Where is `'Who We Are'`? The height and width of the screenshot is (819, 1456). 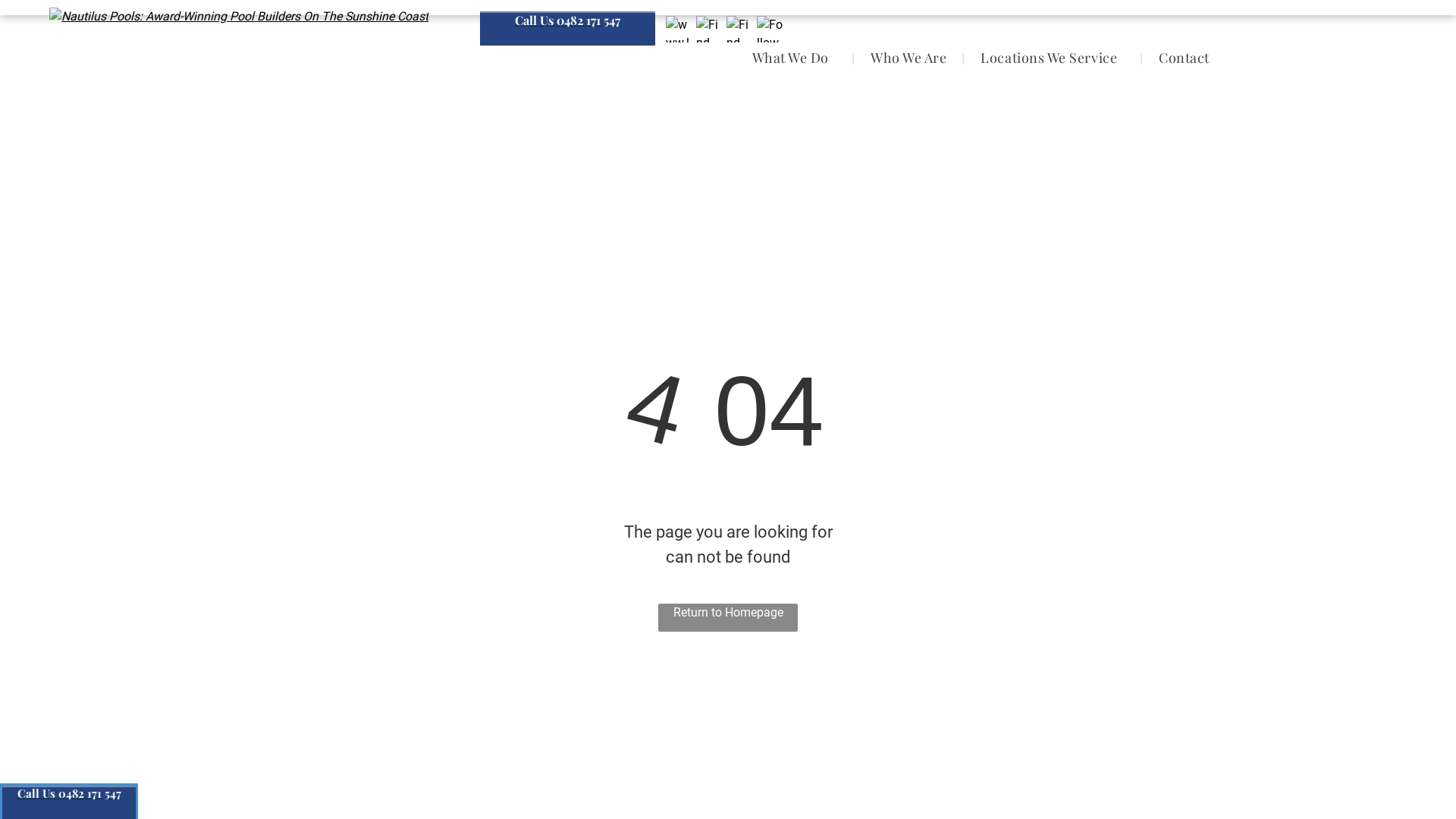 'Who We Are' is located at coordinates (908, 57).